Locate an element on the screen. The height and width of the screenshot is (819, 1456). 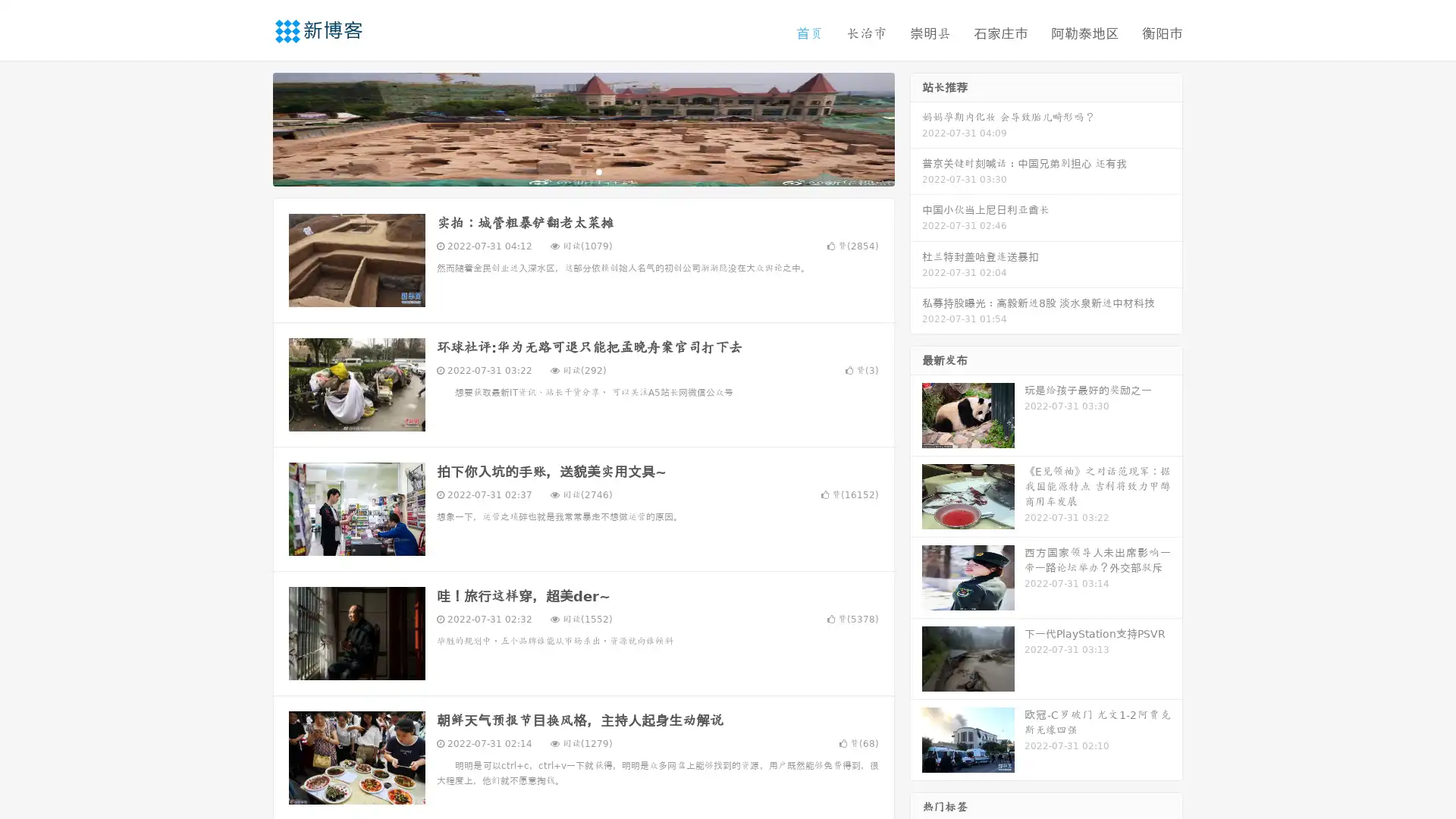
Next slide is located at coordinates (916, 127).